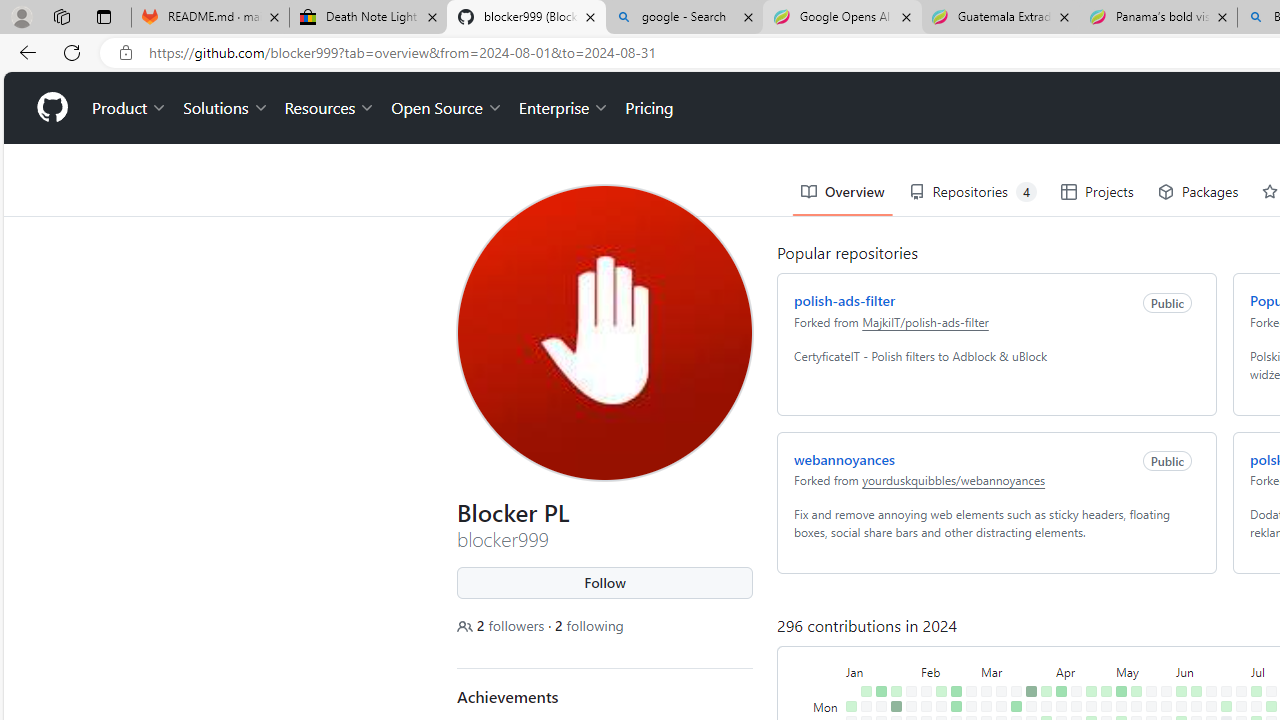  What do you see at coordinates (842, 17) in the screenshot?
I see `'Google Opens AI Academy for Startups - Nearshore Americas'` at bounding box center [842, 17].